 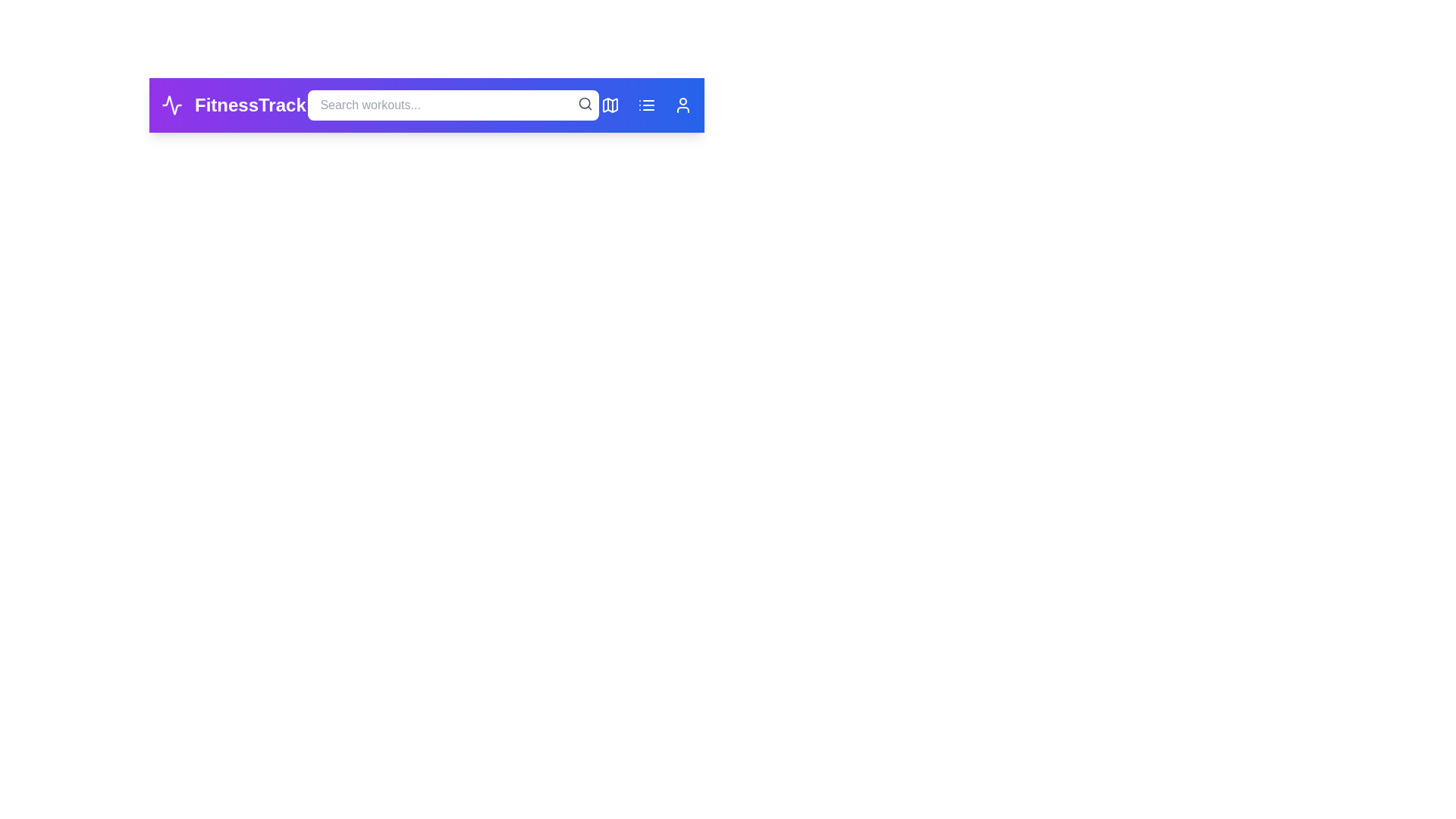 I want to click on the search bar and type the query 'Yoga', so click(x=453, y=104).